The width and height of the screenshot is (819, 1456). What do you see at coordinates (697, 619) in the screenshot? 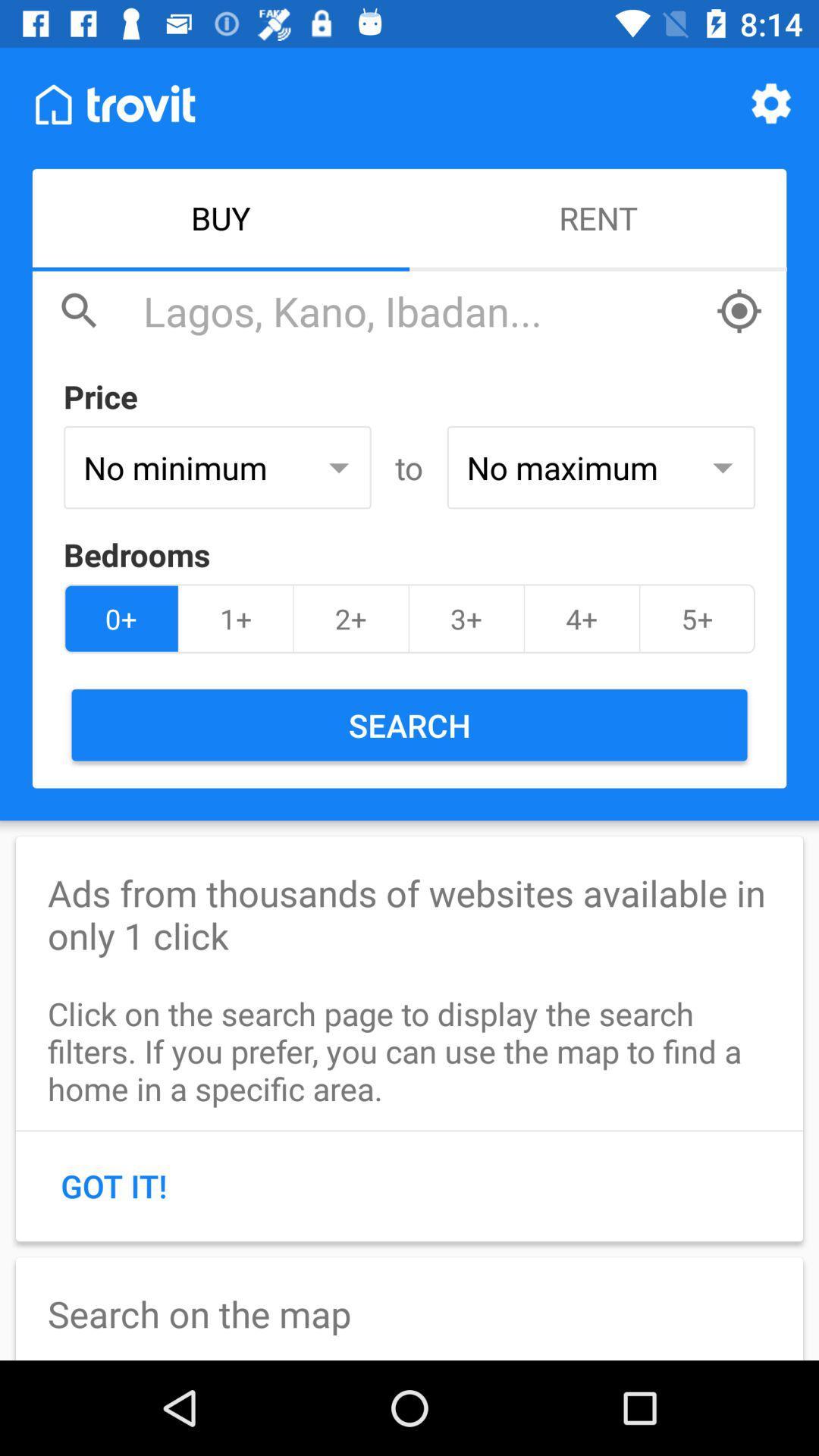
I see `the 5+ icon` at bounding box center [697, 619].